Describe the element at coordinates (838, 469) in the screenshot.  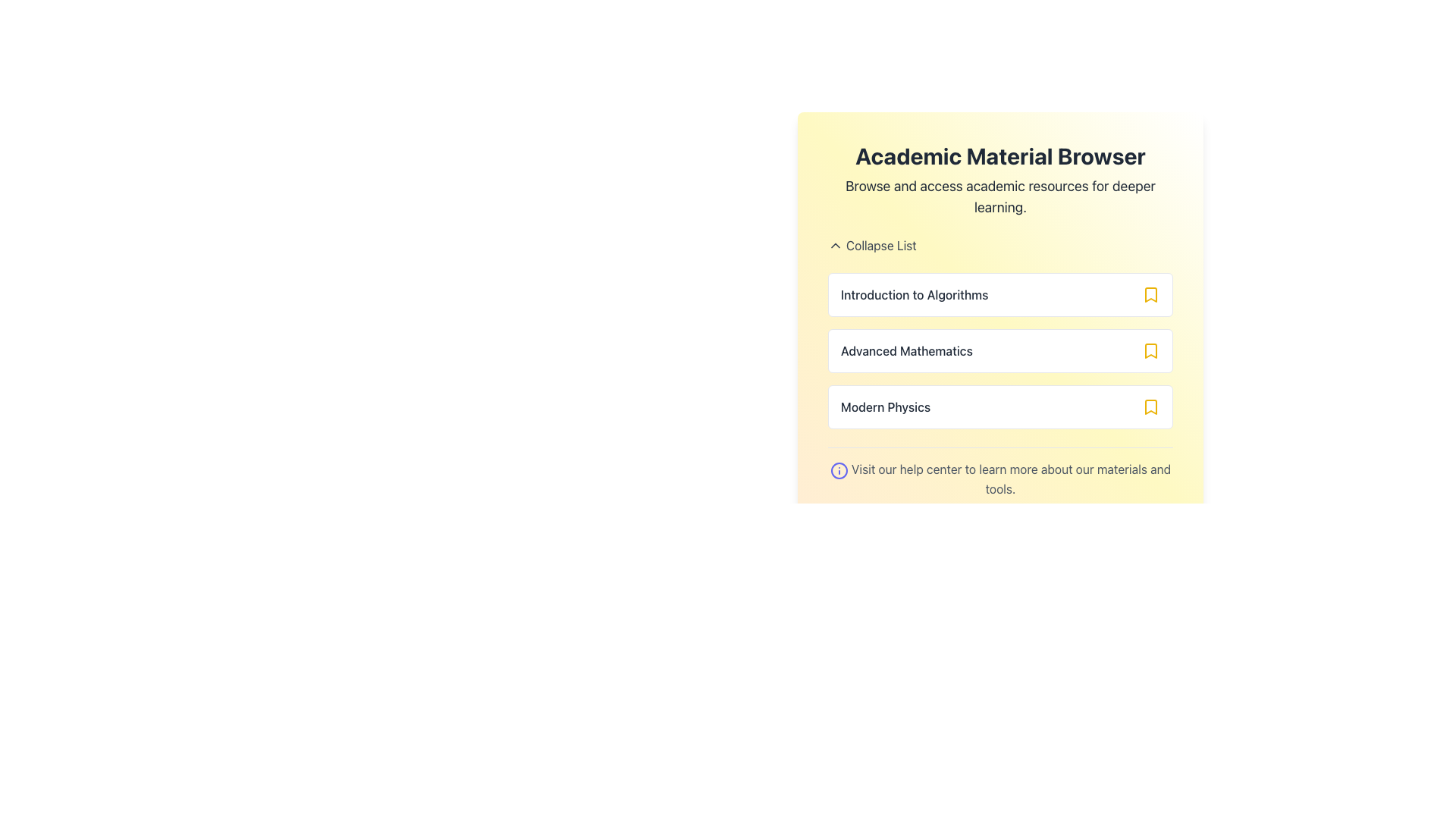
I see `the informative icon located at the bottom-left corner of the text block reading 'Visit our help center to learn more about our materials and tools.'` at that location.